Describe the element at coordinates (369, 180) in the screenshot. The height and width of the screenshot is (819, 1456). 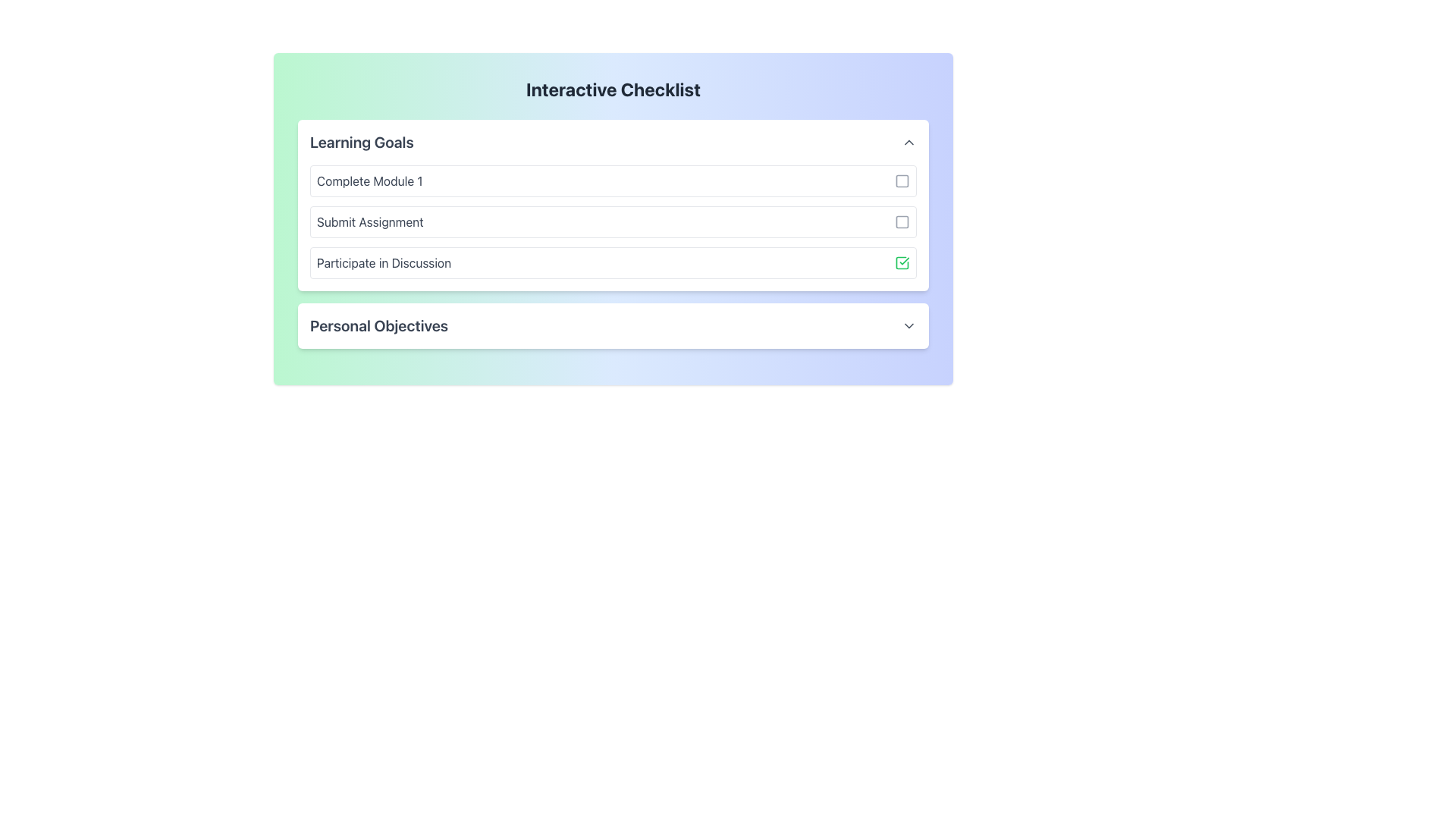
I see `the text label that indicates the completion of a specific module in the 'Learning Goals' section, positioned at the first position of a vertically aligned list` at that location.